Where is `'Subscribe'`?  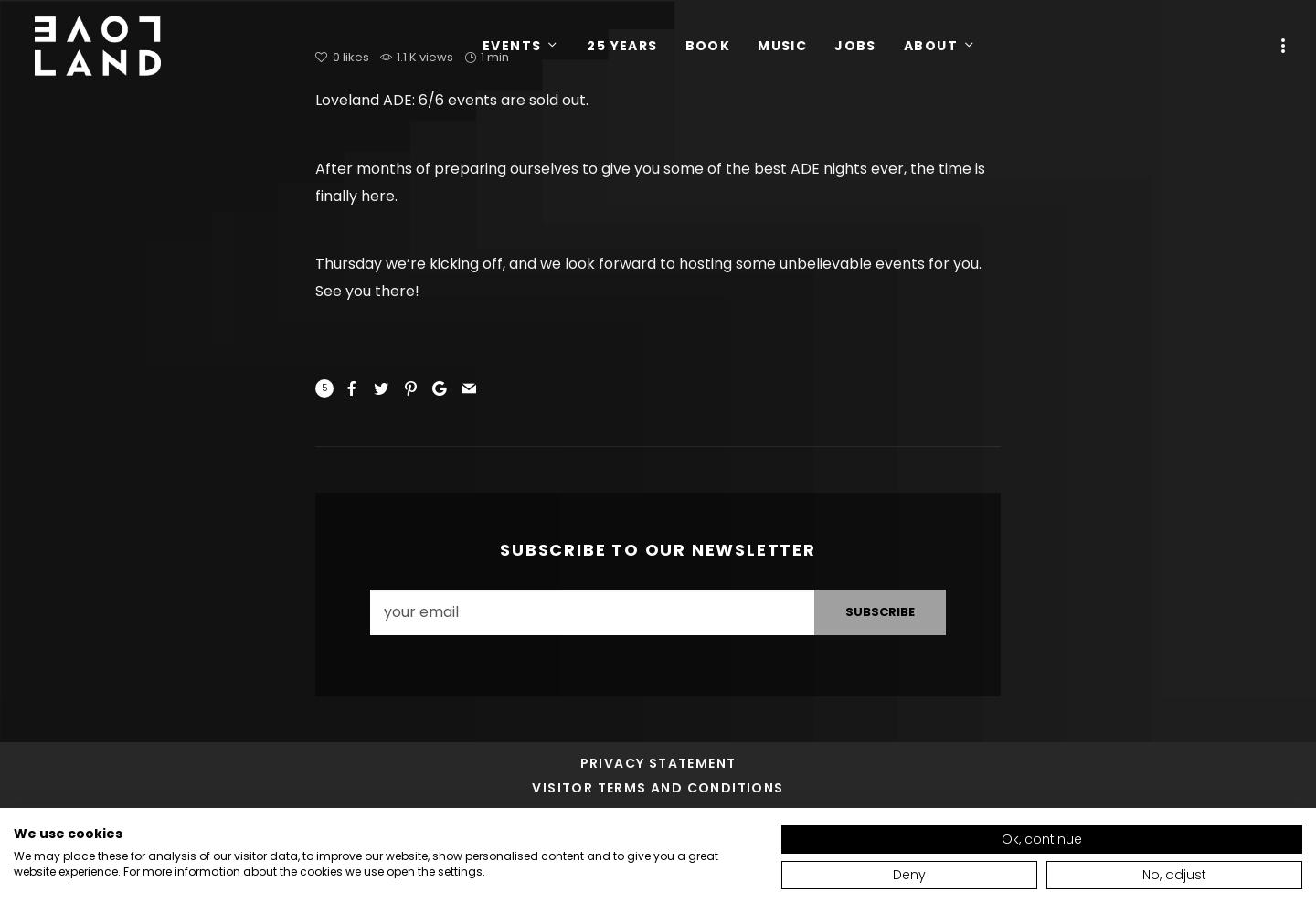 'Subscribe' is located at coordinates (845, 611).